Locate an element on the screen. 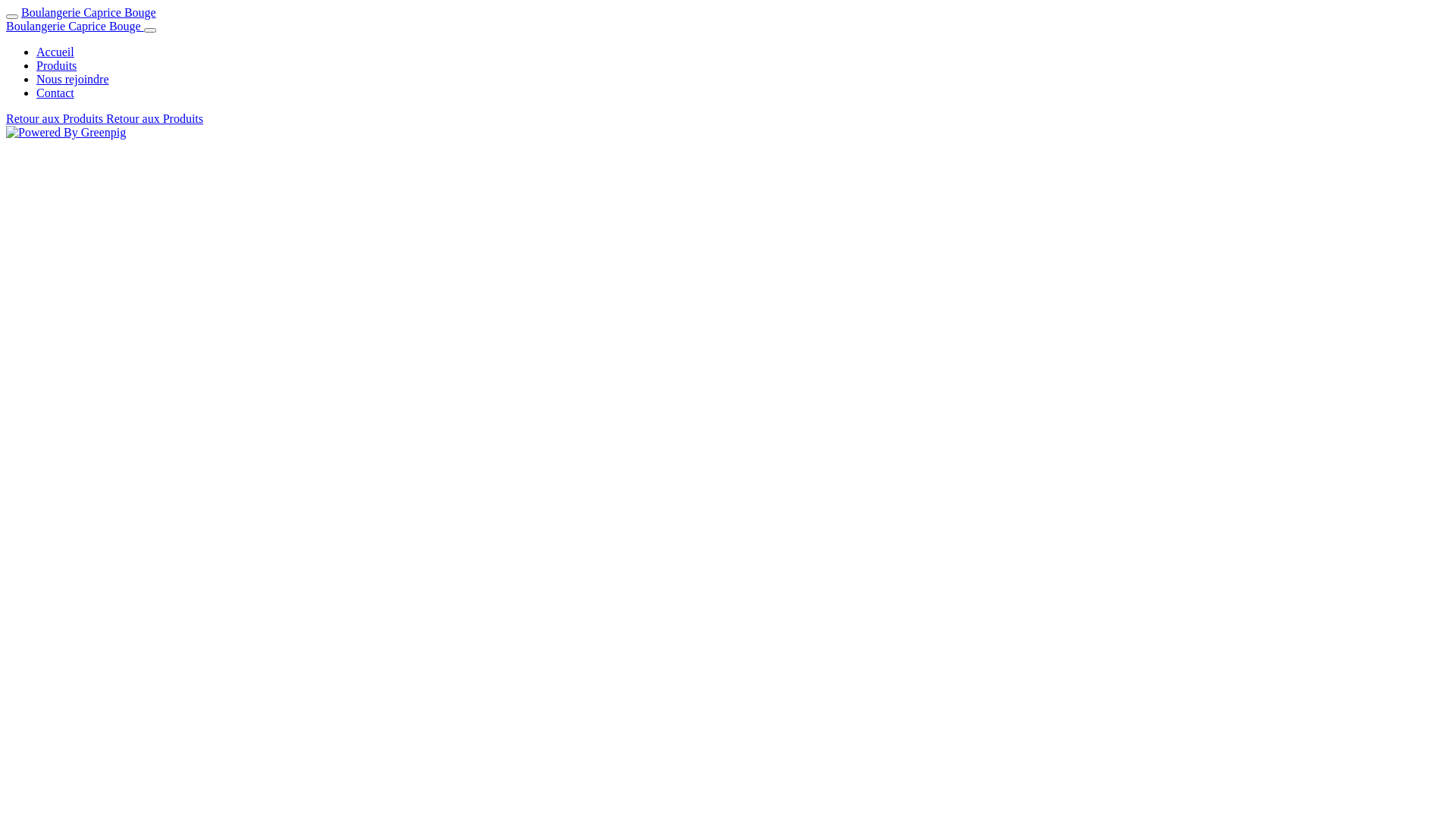  'Nous rejoindre' is located at coordinates (72, 79).